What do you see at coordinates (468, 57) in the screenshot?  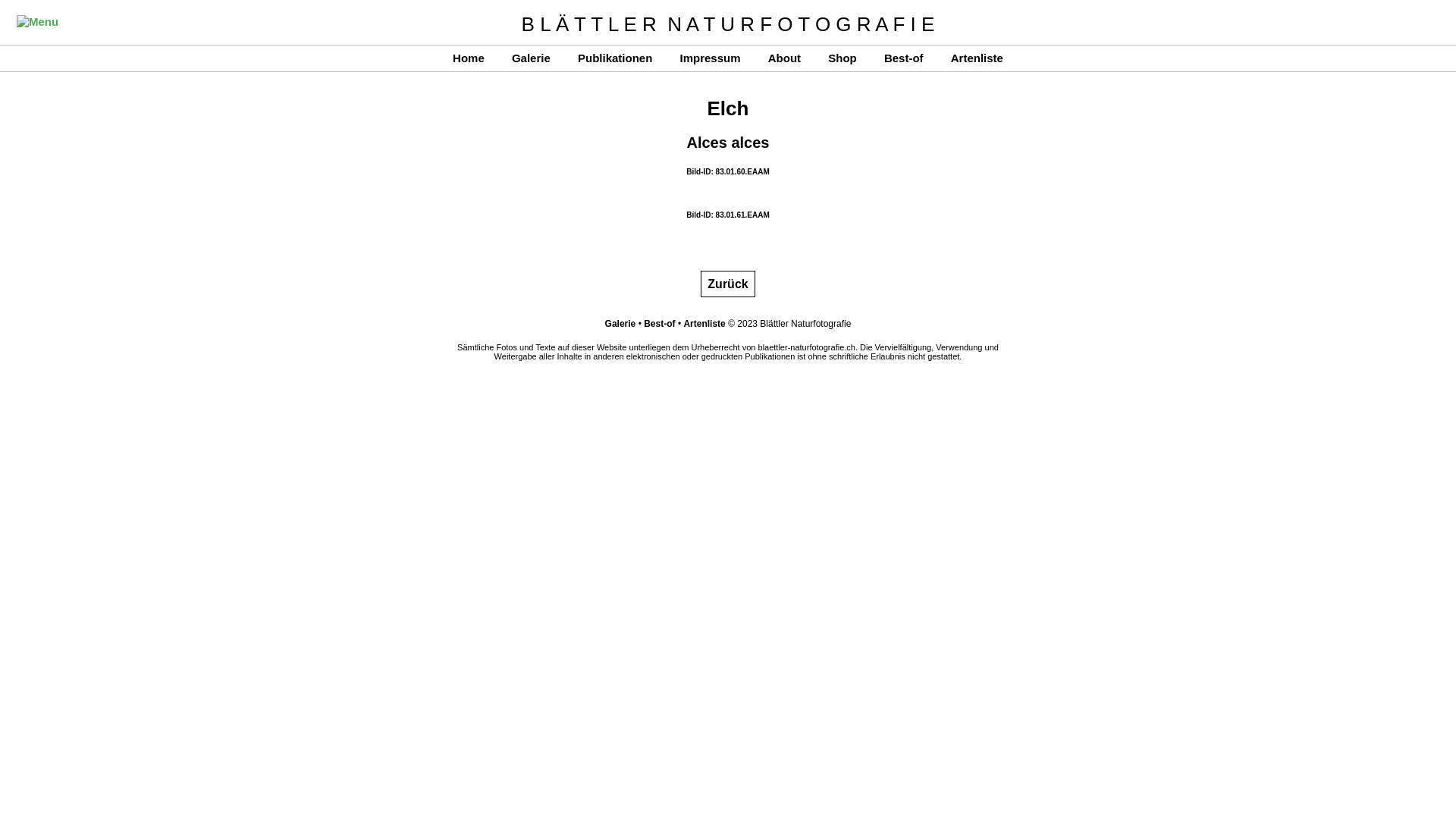 I see `'Home'` at bounding box center [468, 57].